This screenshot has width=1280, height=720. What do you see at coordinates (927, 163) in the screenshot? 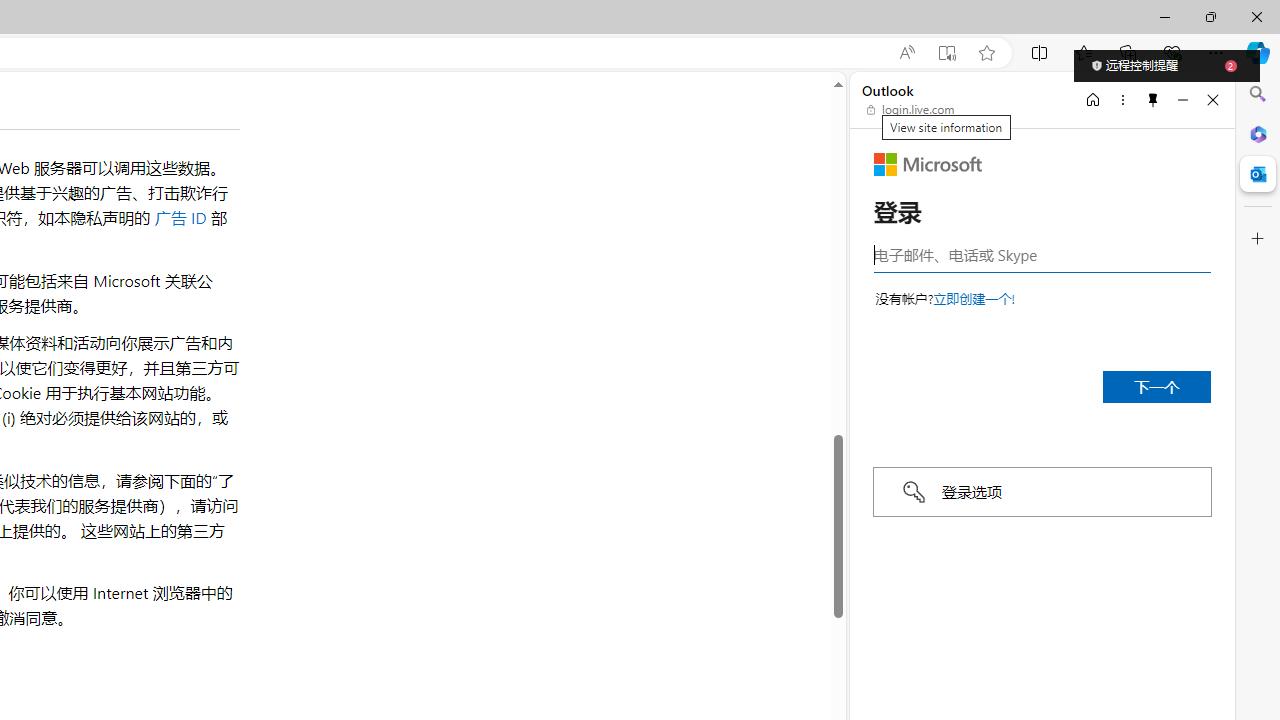
I see `'Microsoft'` at bounding box center [927, 163].